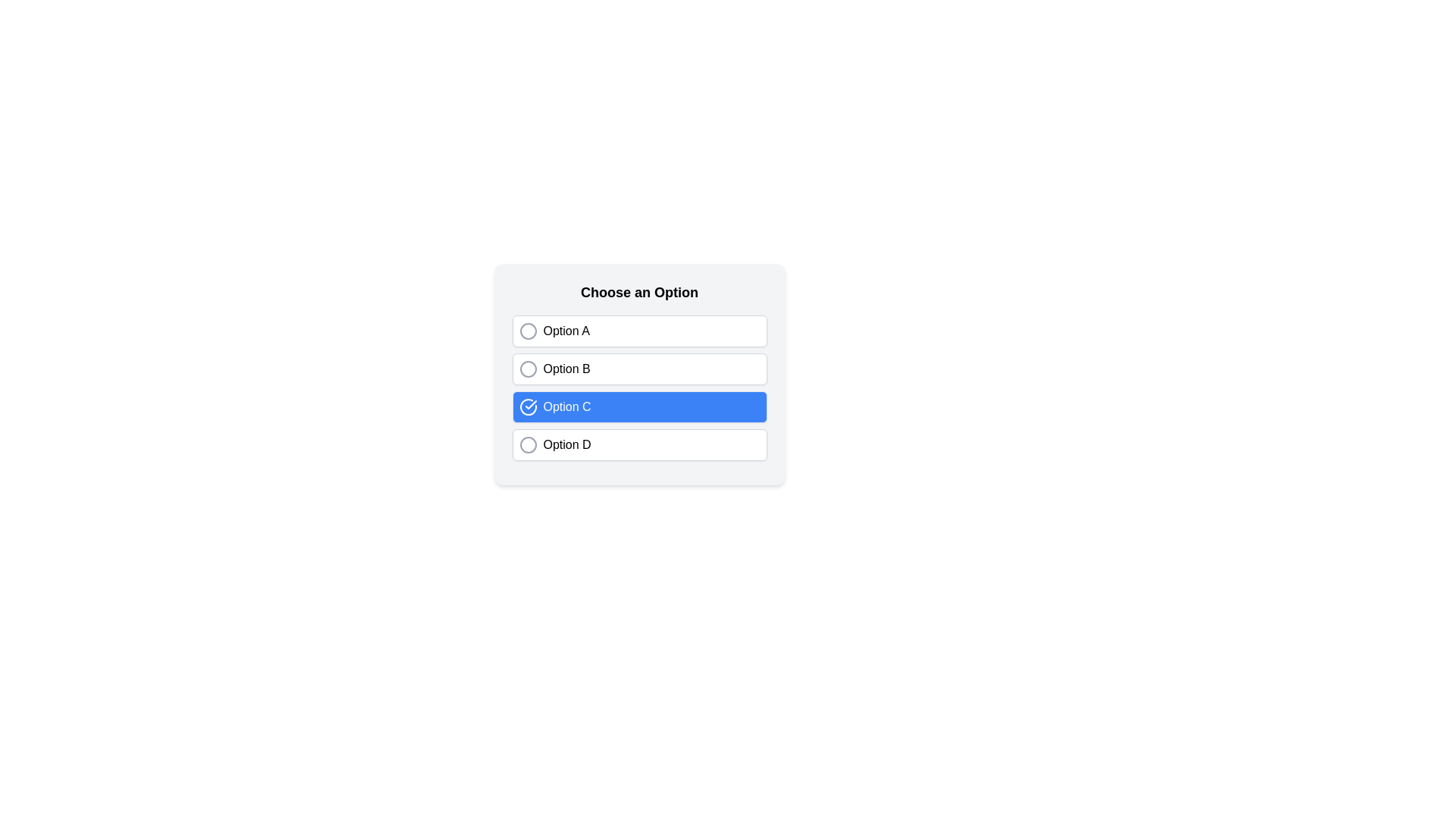 Image resolution: width=1456 pixels, height=819 pixels. What do you see at coordinates (566, 444) in the screenshot?
I see `the text label displaying 'Option D'` at bounding box center [566, 444].